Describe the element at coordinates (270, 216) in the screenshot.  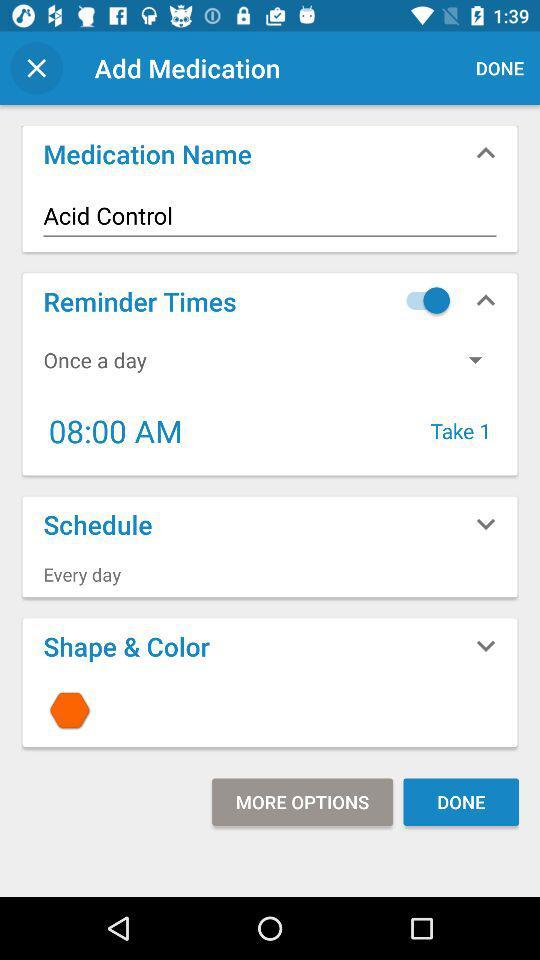
I see `acid control item` at that location.